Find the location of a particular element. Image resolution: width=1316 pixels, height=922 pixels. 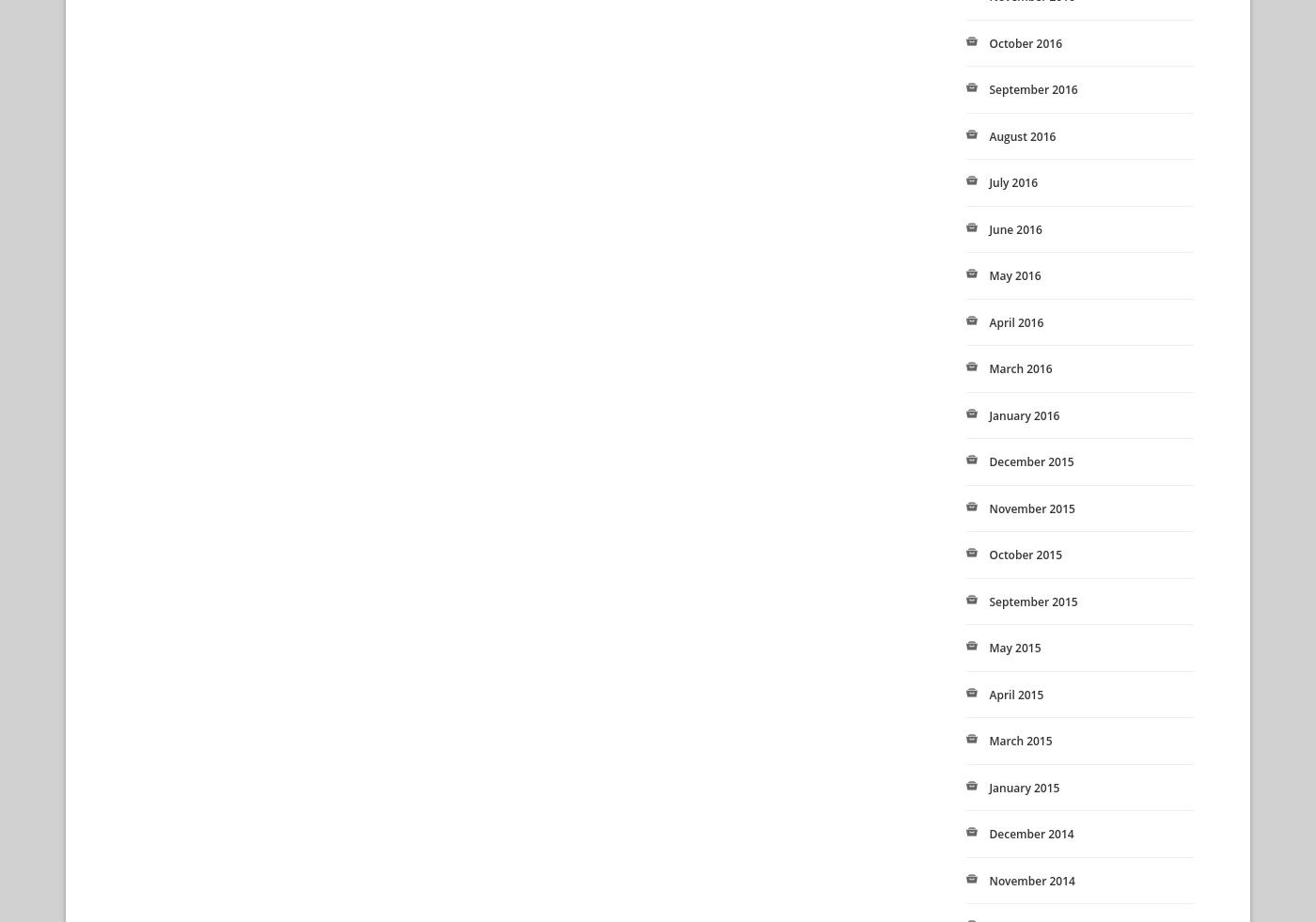

'November 2015' is located at coordinates (1031, 508).